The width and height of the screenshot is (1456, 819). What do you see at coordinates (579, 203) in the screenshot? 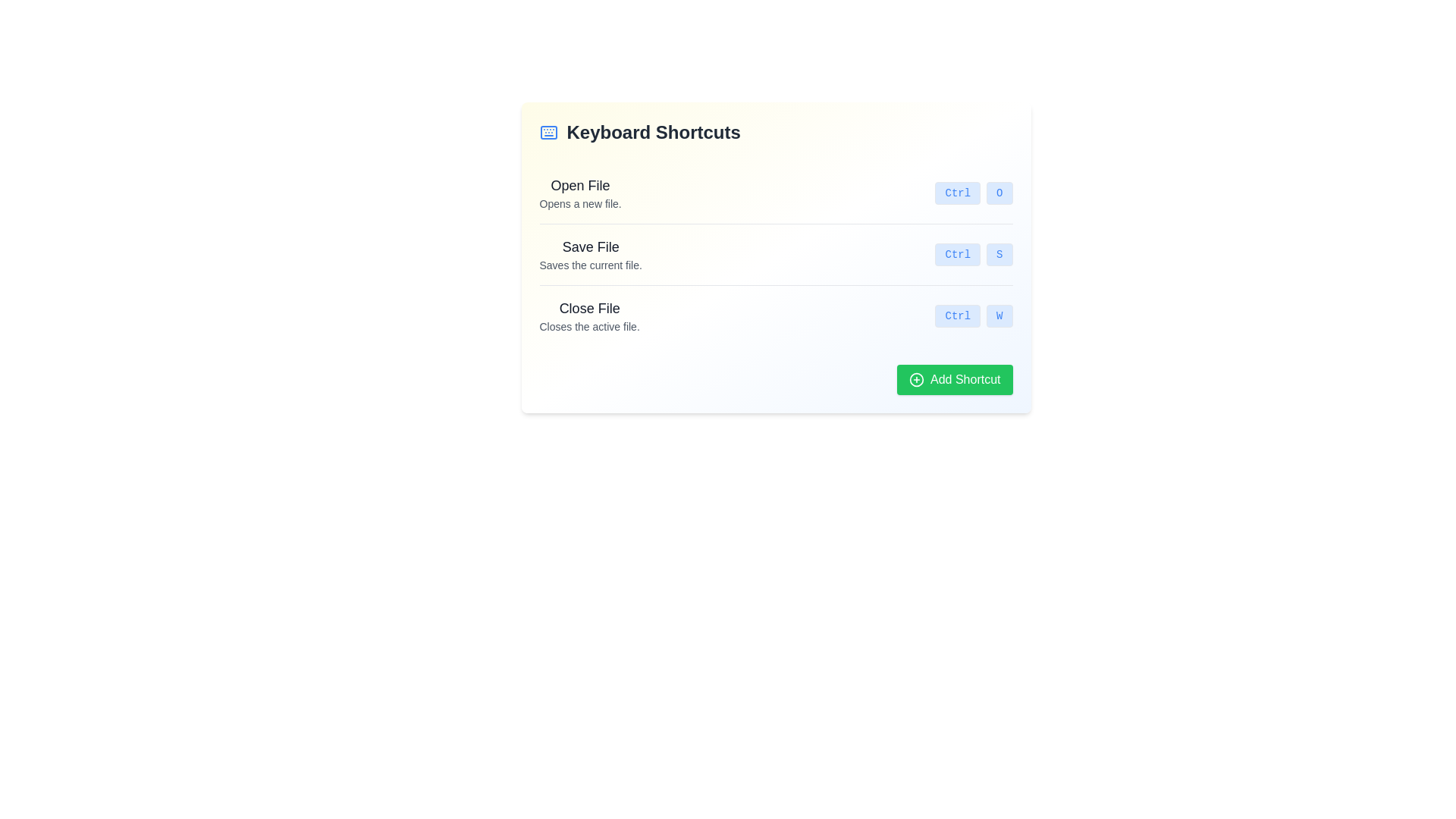
I see `descriptive text element that reads 'Opens a new file.' located beneath the 'Open File' header in the 'Keyboard Shortcuts' section` at bounding box center [579, 203].